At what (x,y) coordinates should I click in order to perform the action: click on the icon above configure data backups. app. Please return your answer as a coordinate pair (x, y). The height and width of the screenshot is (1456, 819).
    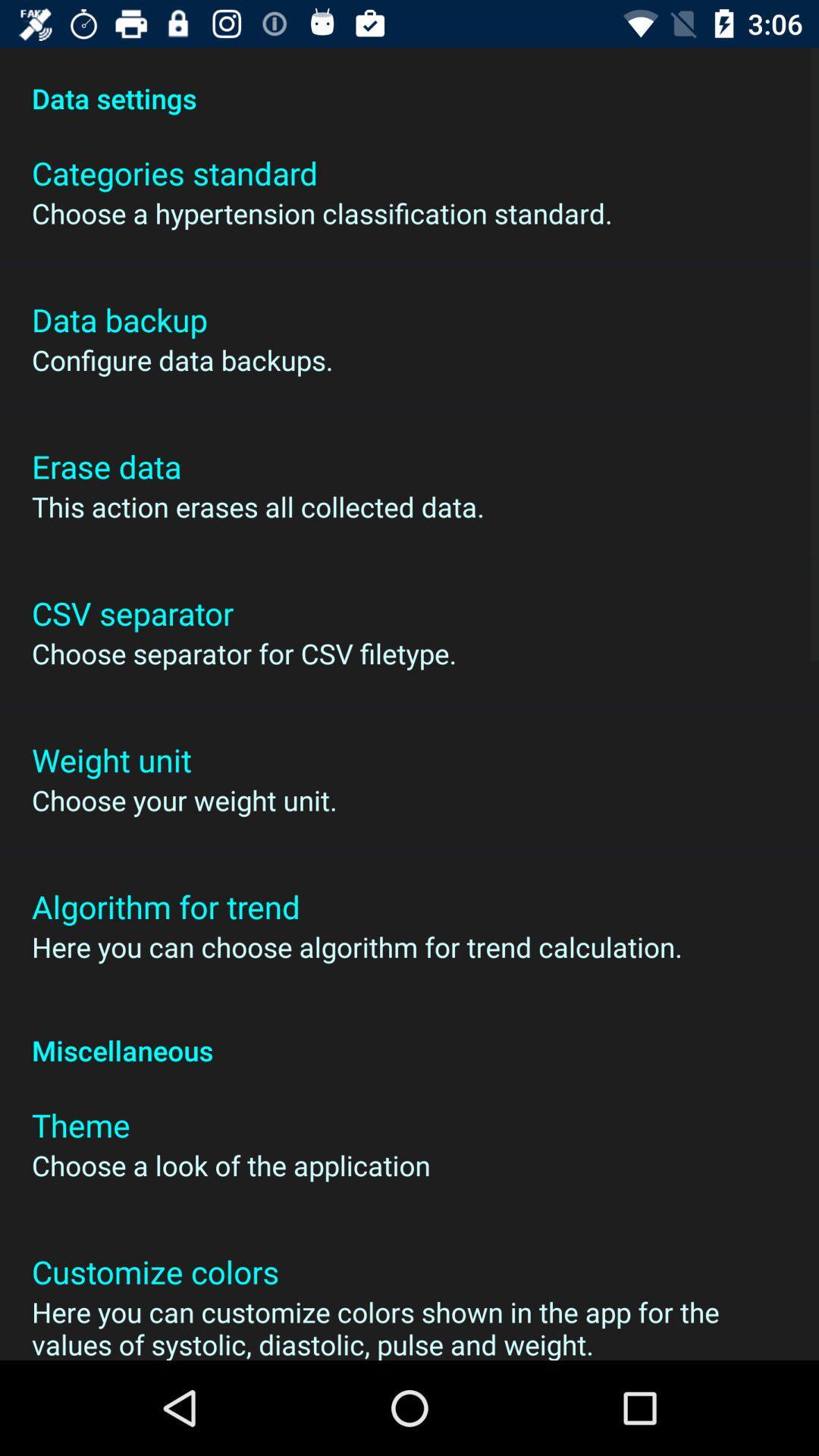
    Looking at the image, I should click on (118, 318).